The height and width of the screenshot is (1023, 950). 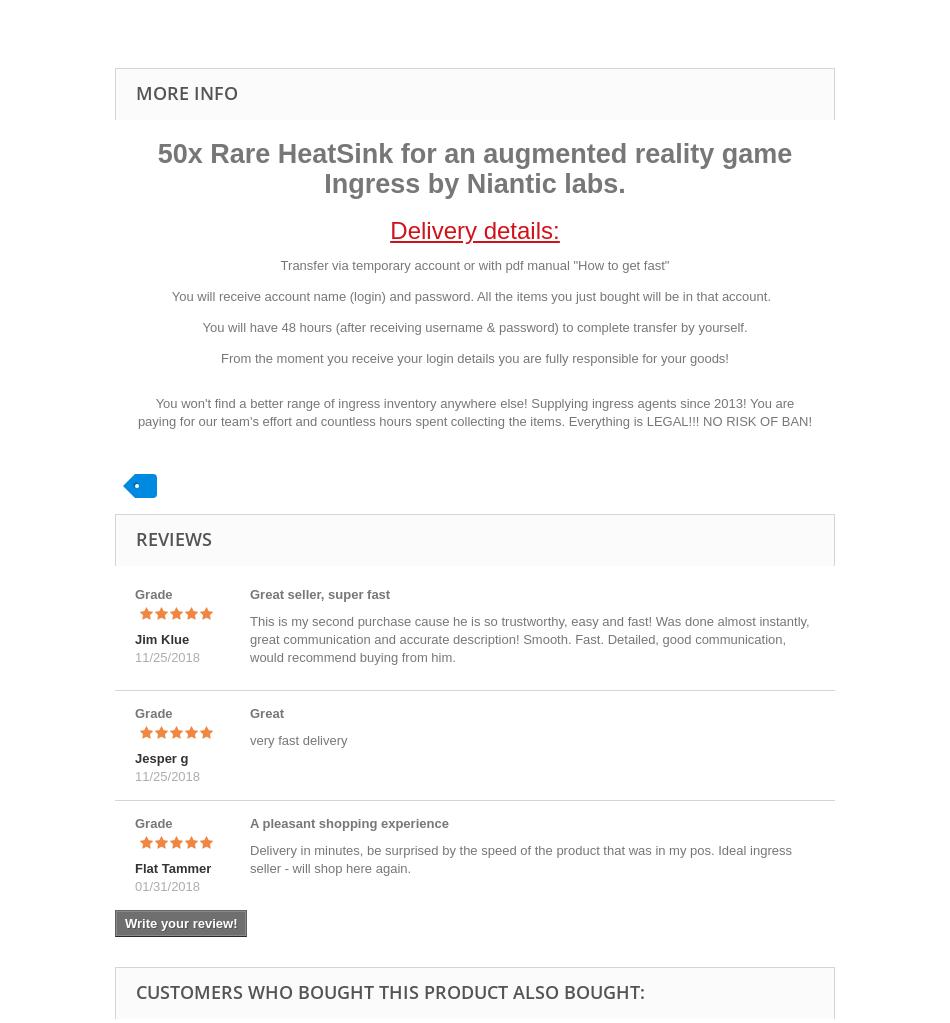 What do you see at coordinates (265, 713) in the screenshot?
I see `'Great'` at bounding box center [265, 713].